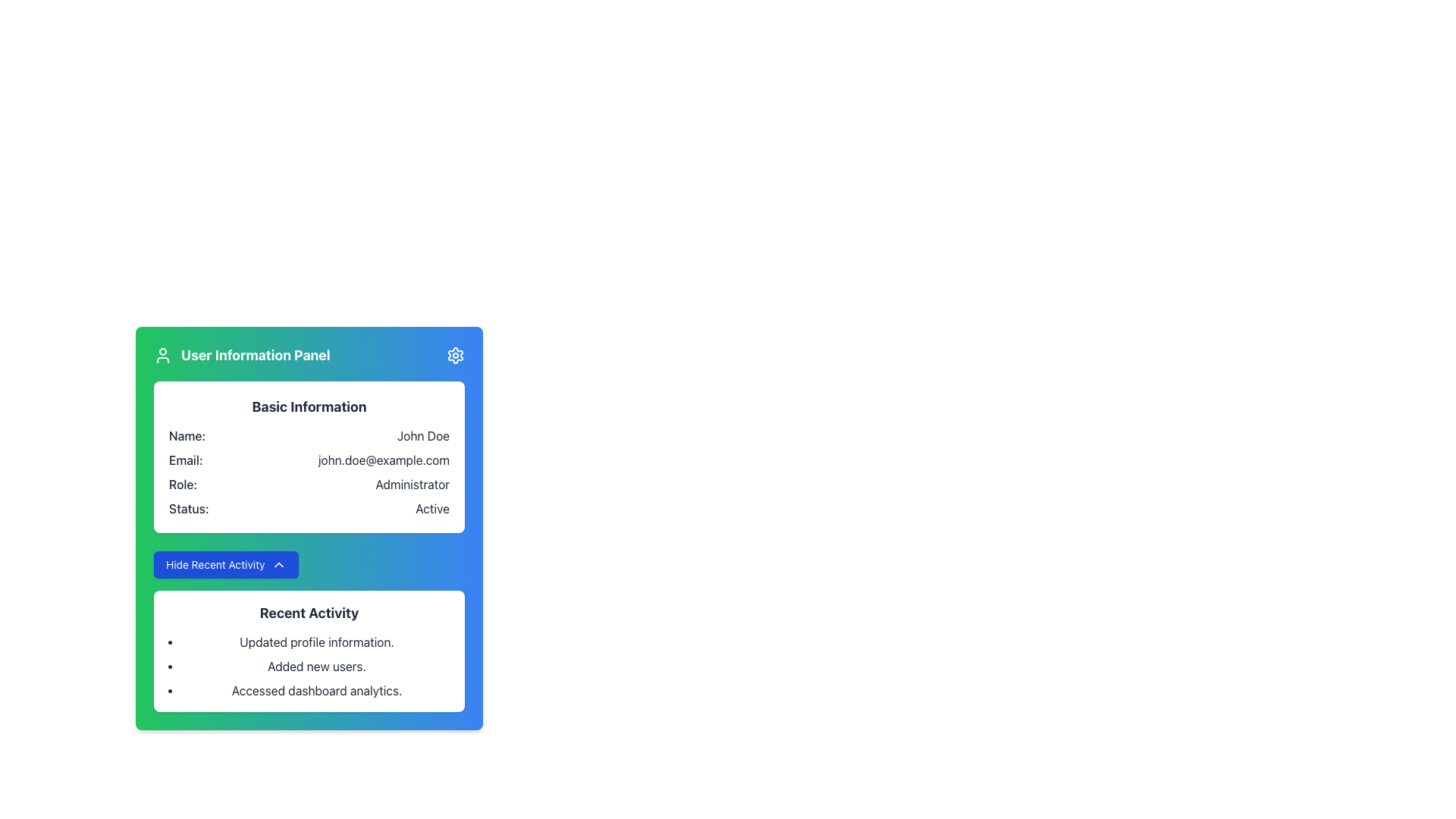 The width and height of the screenshot is (1456, 819). What do you see at coordinates (309, 651) in the screenshot?
I see `the Information Panel containing the title 'Recent Activity' and a list of activities` at bounding box center [309, 651].